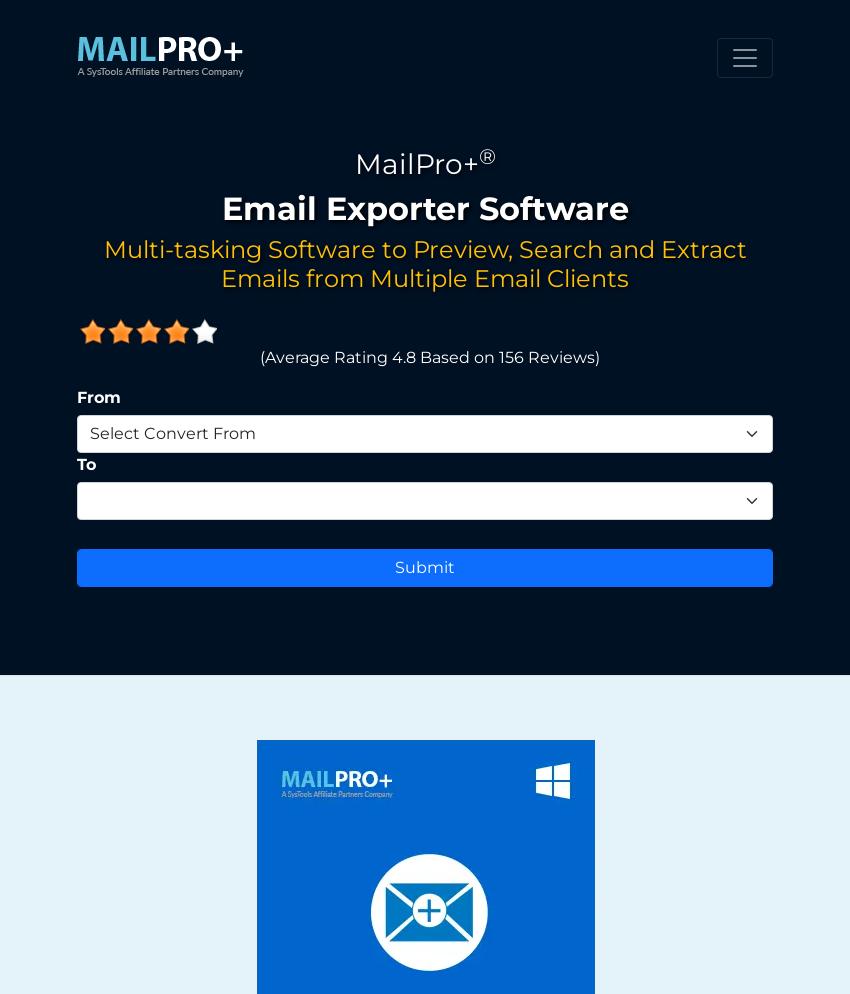  Describe the element at coordinates (234, 672) in the screenshot. I see `'Expert Reviews'` at that location.